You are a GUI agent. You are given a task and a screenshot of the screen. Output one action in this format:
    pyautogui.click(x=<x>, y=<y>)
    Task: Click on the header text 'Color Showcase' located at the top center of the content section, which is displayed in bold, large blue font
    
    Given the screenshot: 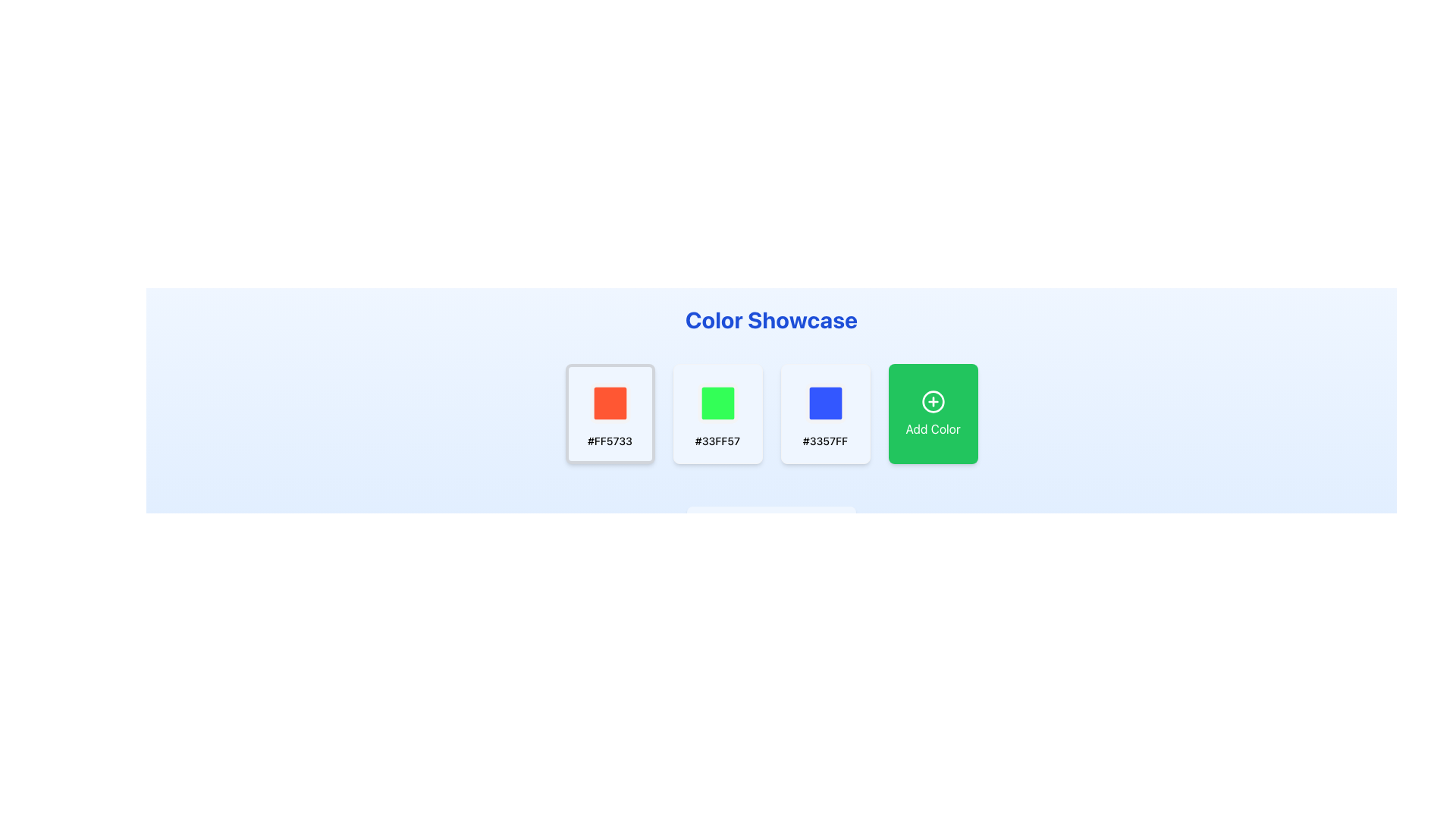 What is the action you would take?
    pyautogui.click(x=771, y=318)
    